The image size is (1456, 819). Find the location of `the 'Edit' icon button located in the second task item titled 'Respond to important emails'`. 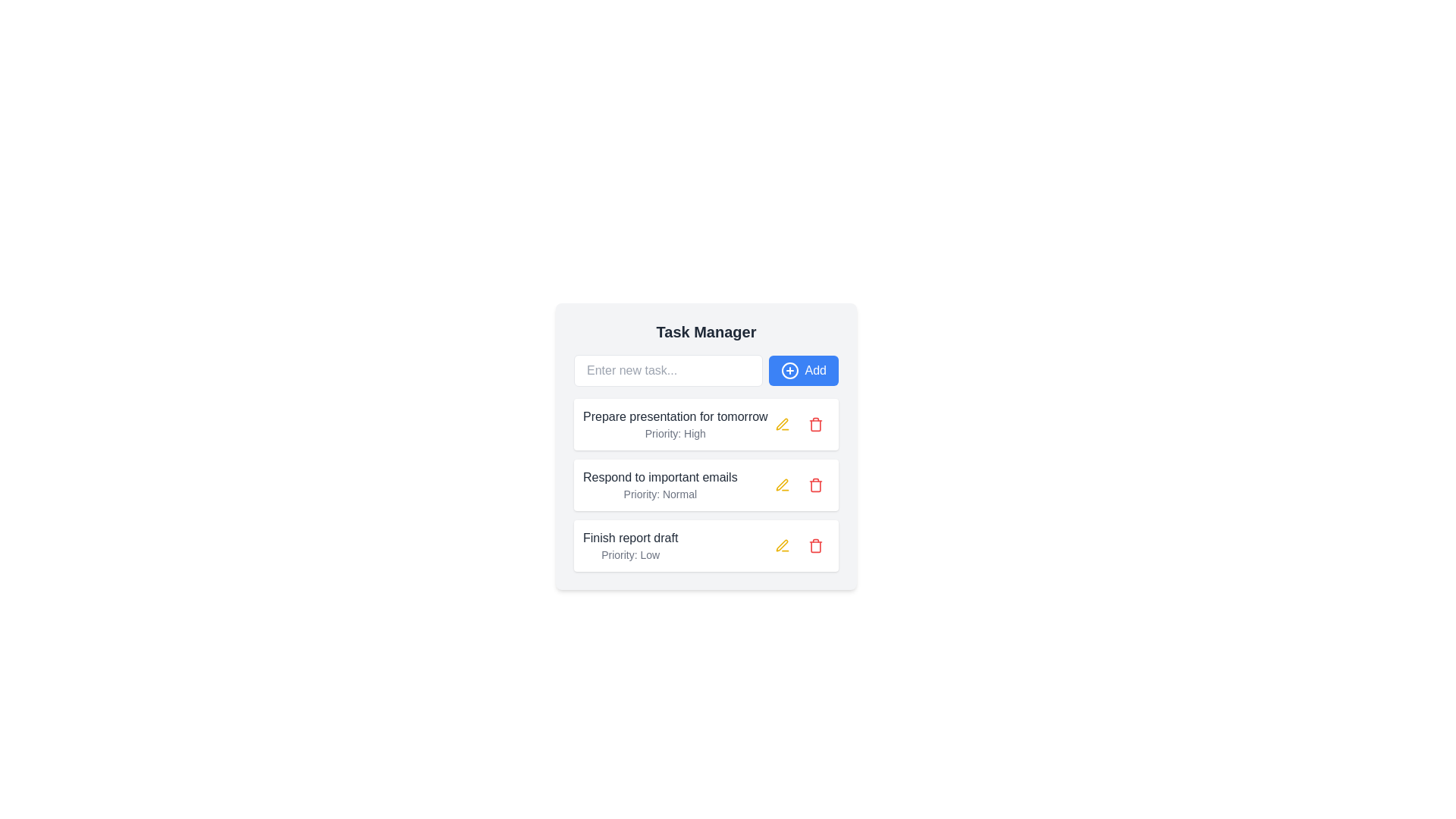

the 'Edit' icon button located in the second task item titled 'Respond to important emails' is located at coordinates (783, 485).